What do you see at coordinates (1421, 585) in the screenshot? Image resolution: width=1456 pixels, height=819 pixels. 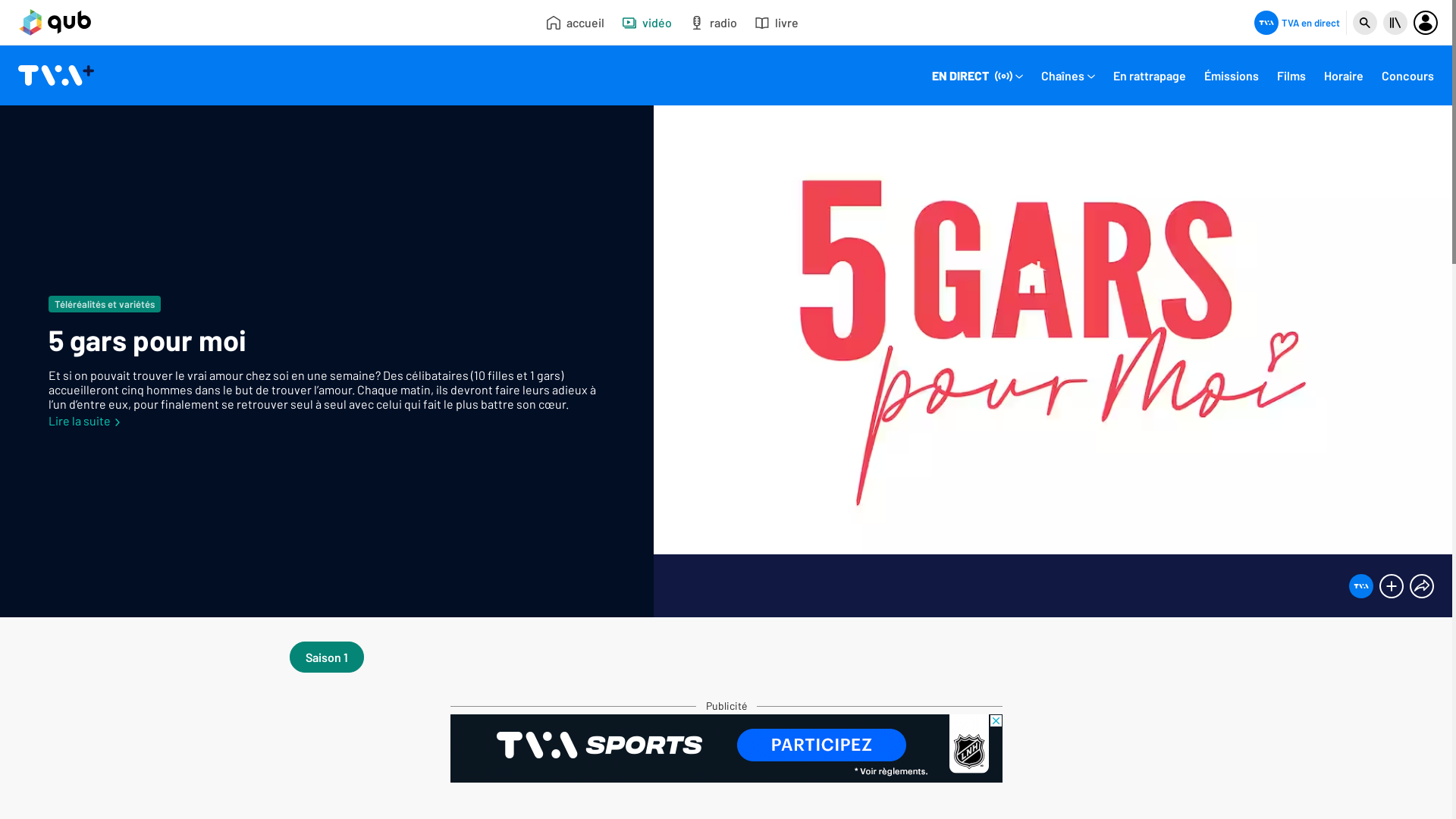 I see `'Partager'` at bounding box center [1421, 585].